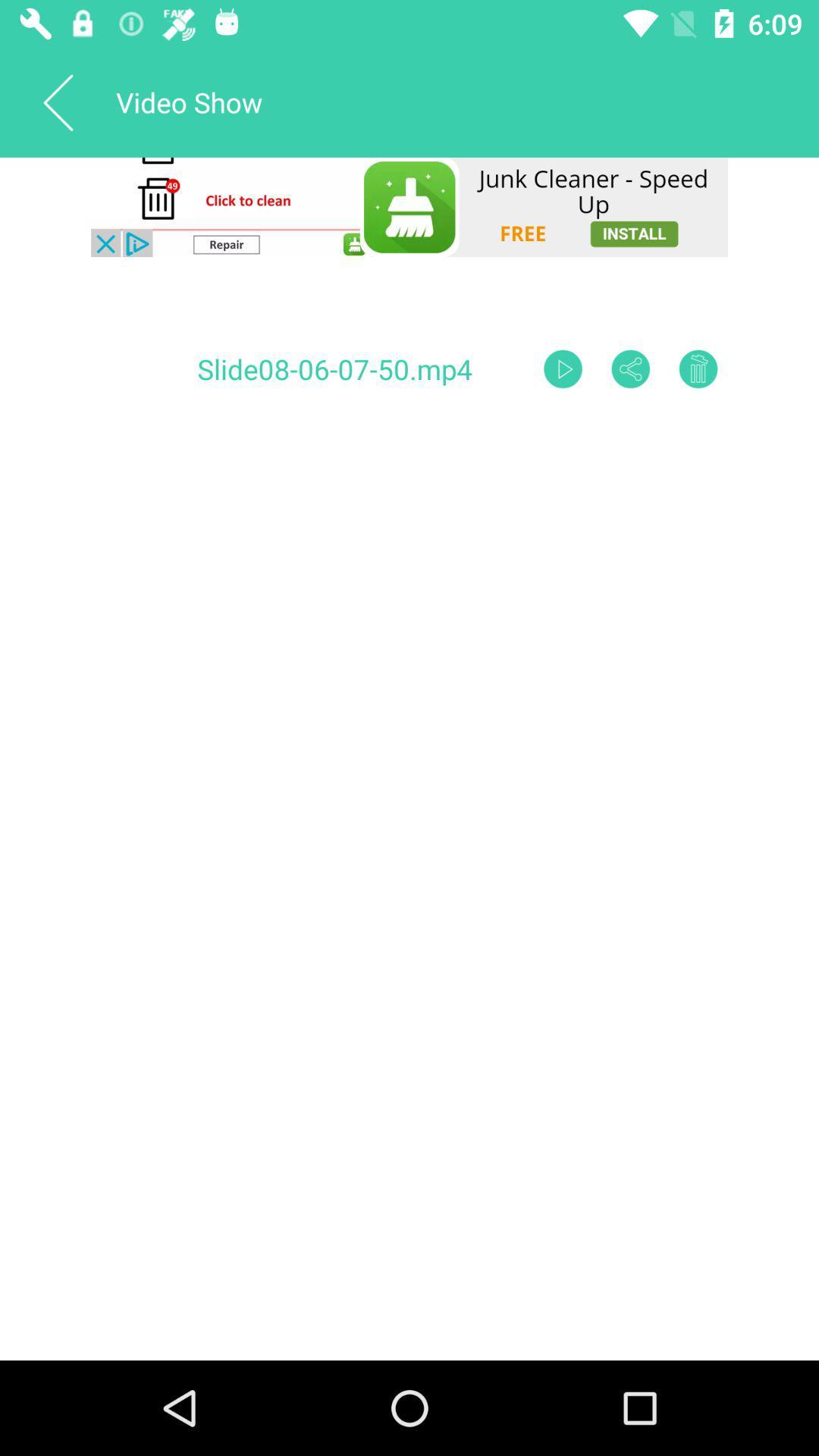 Image resolution: width=819 pixels, height=1456 pixels. What do you see at coordinates (630, 369) in the screenshot?
I see `share the slide` at bounding box center [630, 369].